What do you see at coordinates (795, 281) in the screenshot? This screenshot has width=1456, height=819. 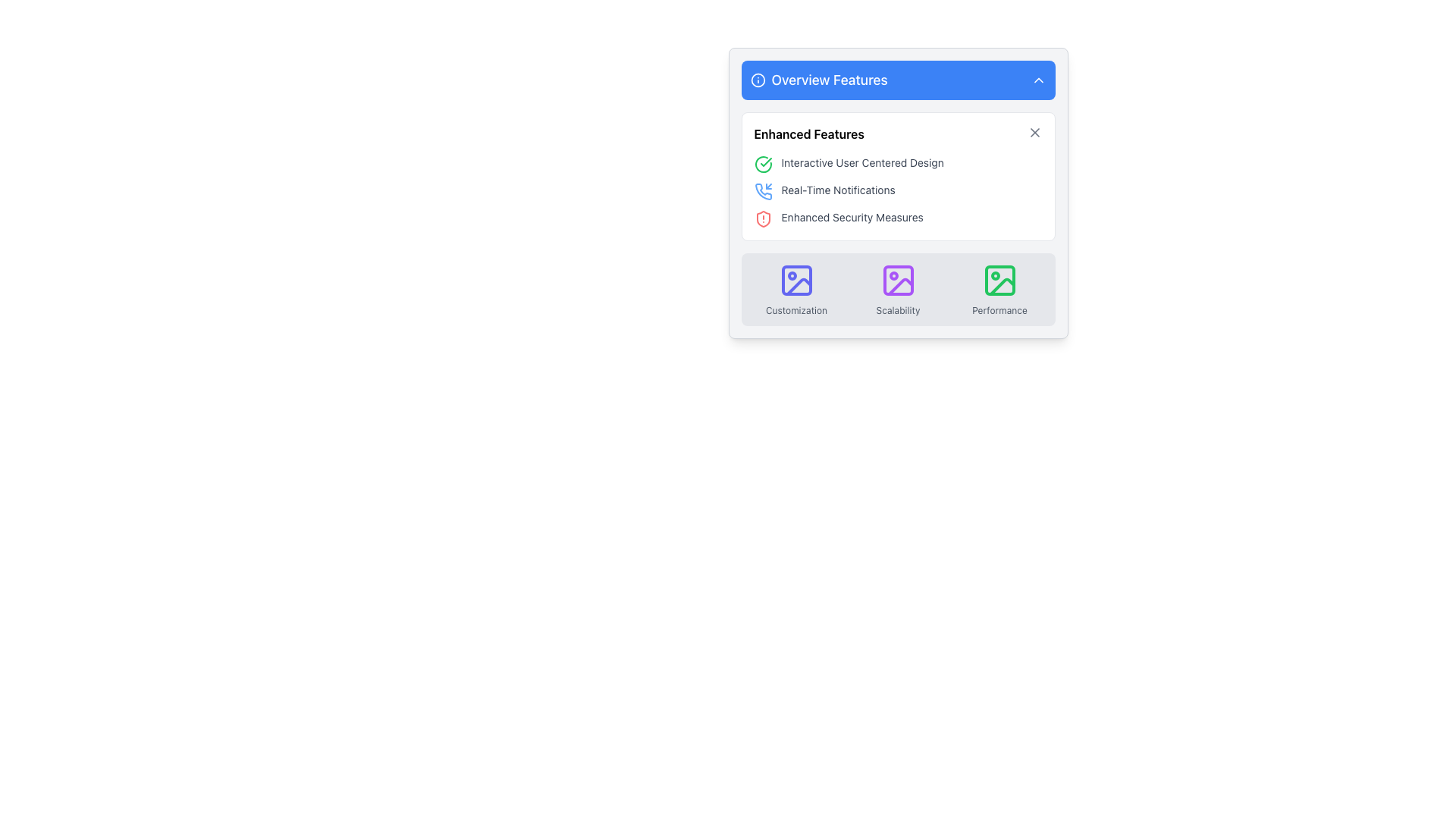 I see `the indigo square icon with rounded corners located above the 'Customization' label in the 'Overview Features' section` at bounding box center [795, 281].